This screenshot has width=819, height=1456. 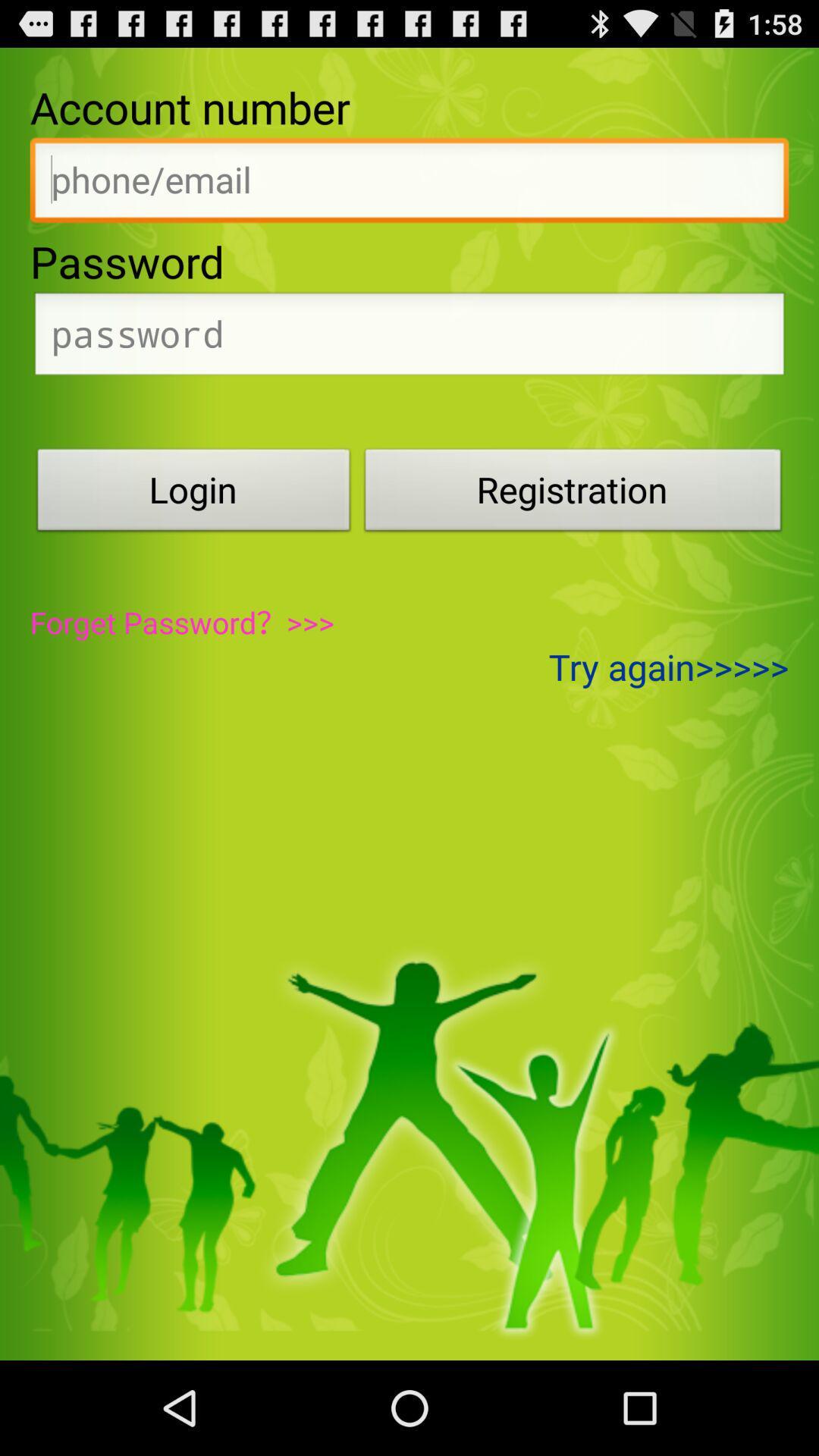 What do you see at coordinates (181, 622) in the screenshot?
I see `item to the left of try again>>>>> app` at bounding box center [181, 622].